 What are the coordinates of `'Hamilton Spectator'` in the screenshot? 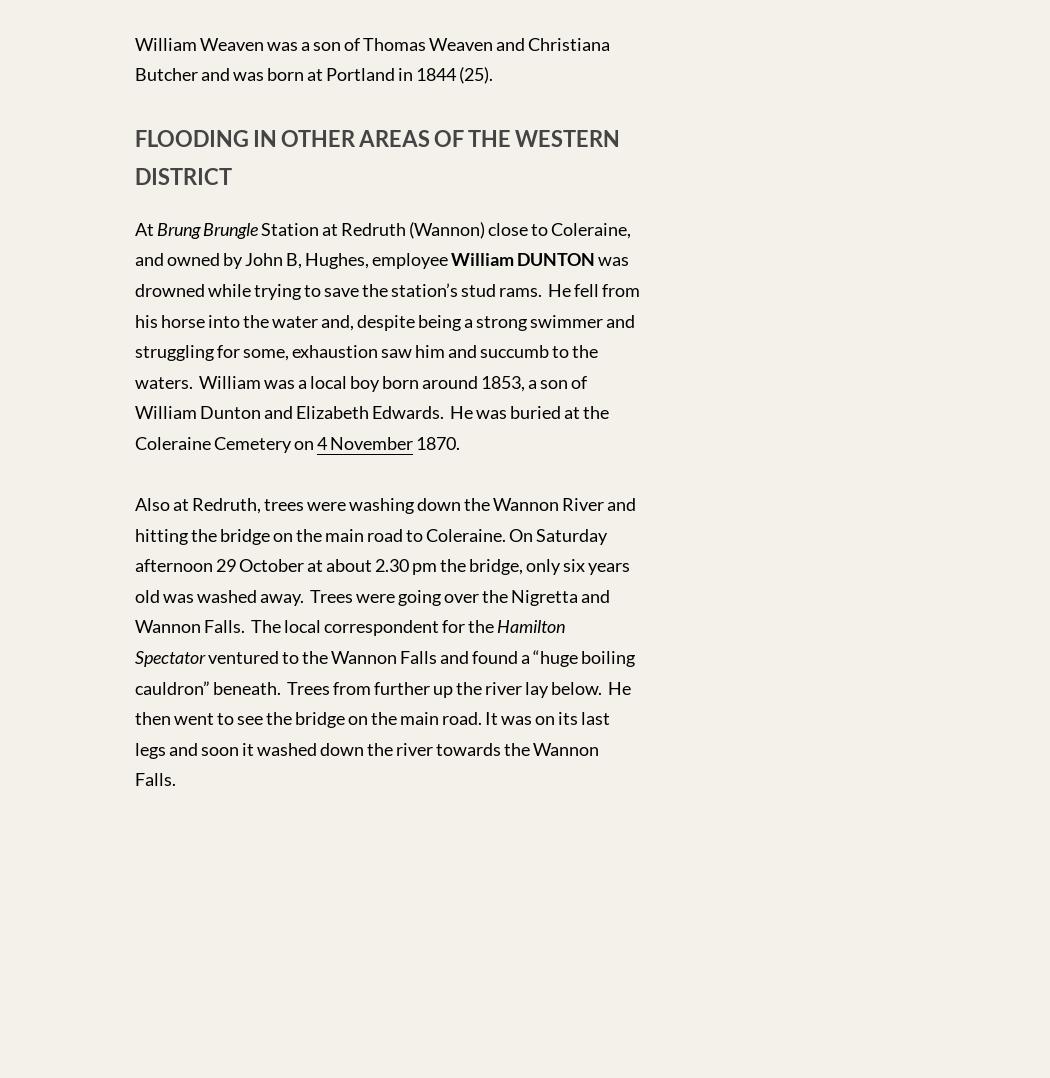 It's located at (348, 640).